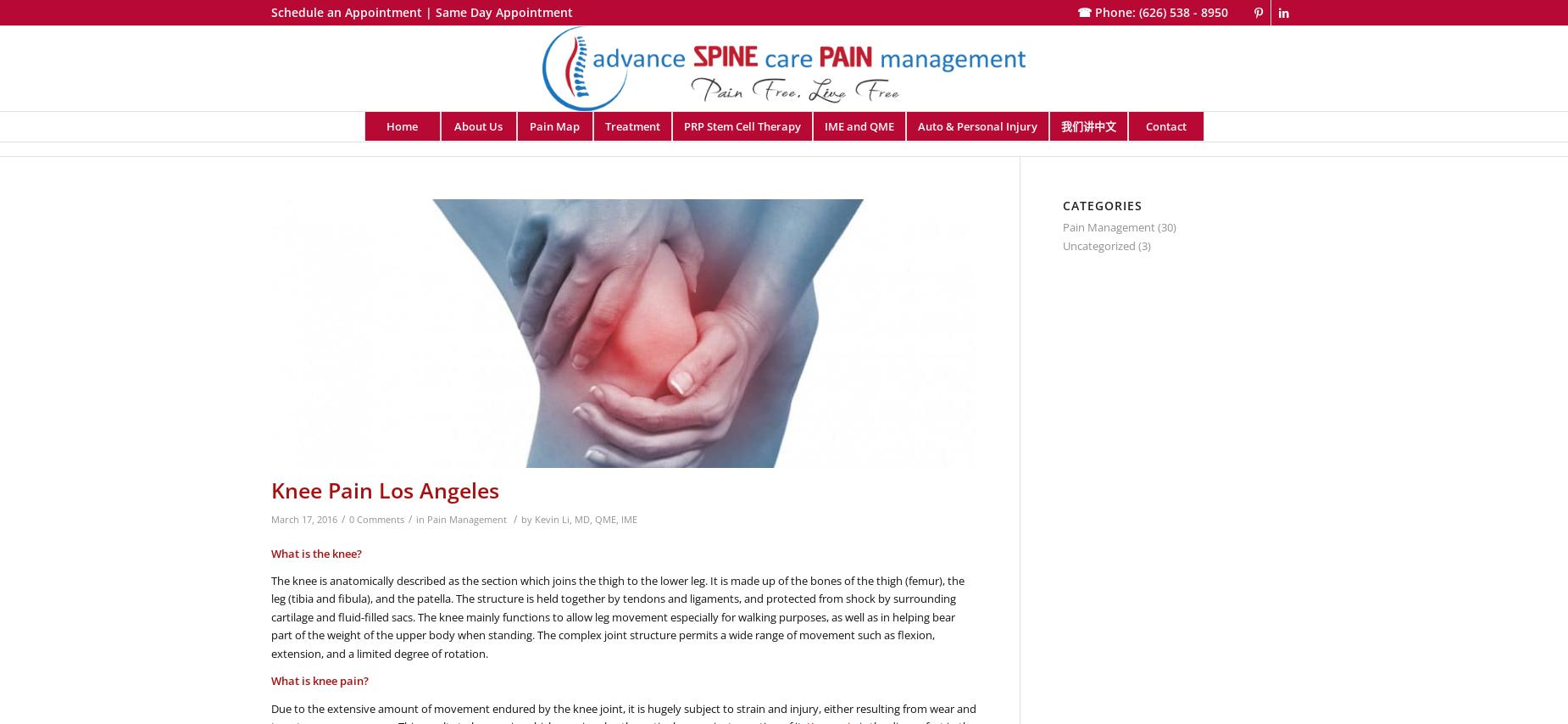  I want to click on 'About Us', so click(478, 125).